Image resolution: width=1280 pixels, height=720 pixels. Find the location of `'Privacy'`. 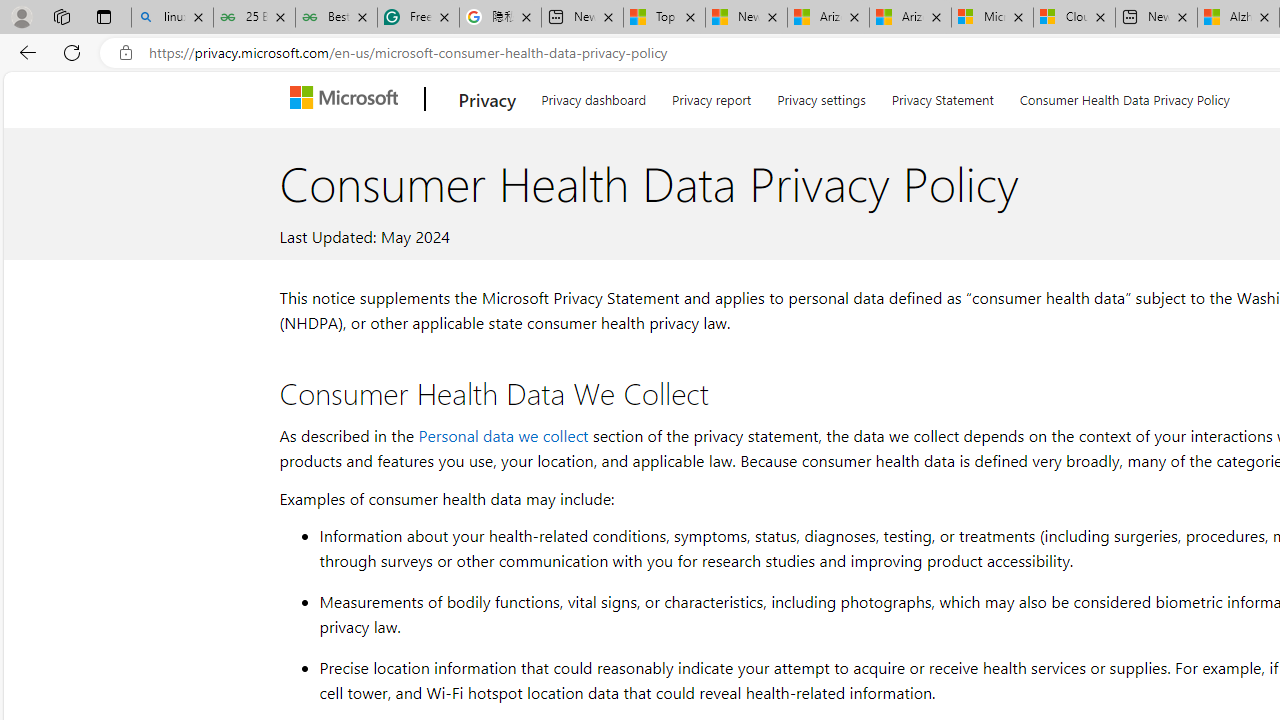

'Privacy' is located at coordinates (487, 99).